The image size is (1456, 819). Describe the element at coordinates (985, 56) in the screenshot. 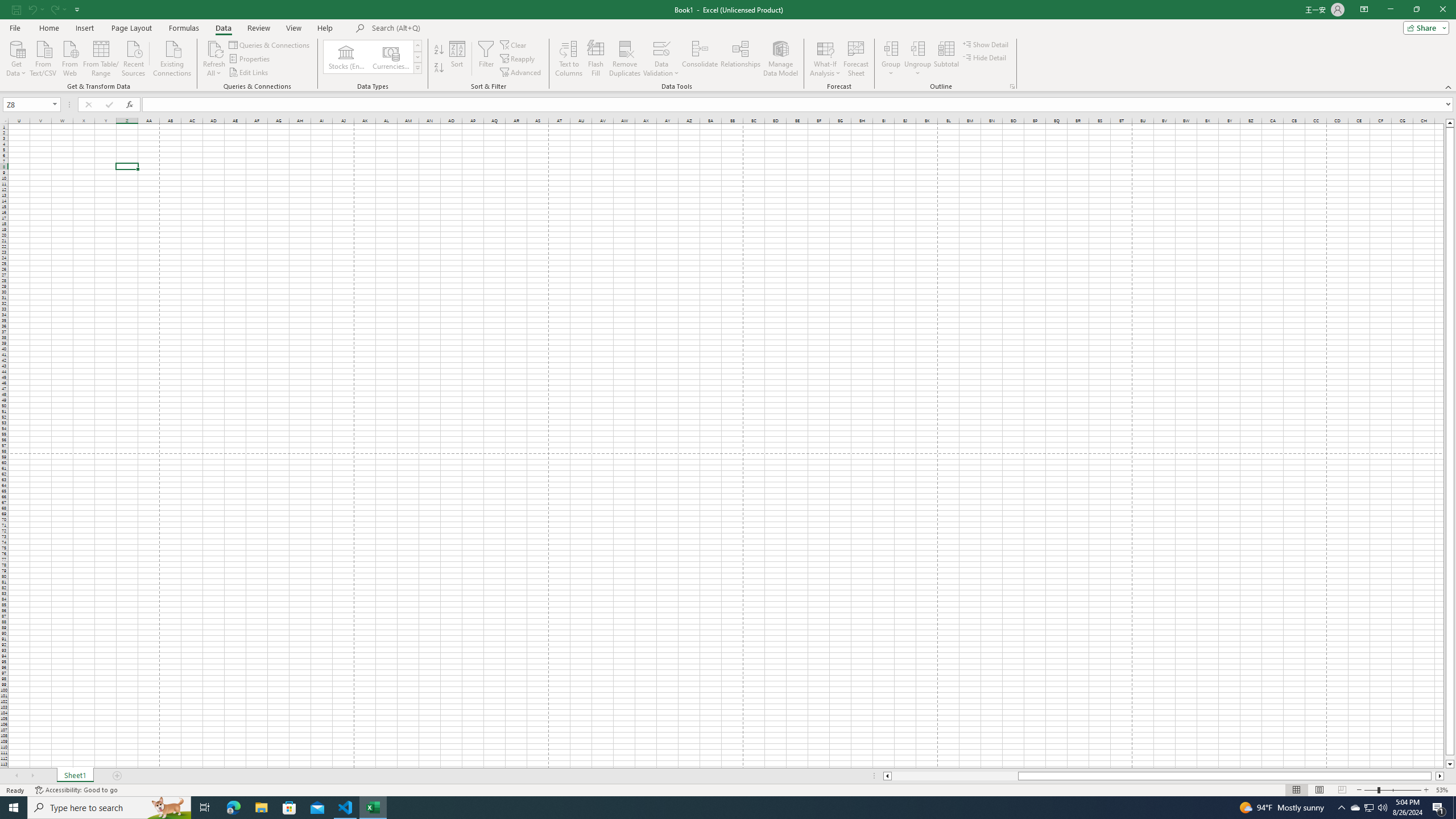

I see `'Hide Detail'` at that location.